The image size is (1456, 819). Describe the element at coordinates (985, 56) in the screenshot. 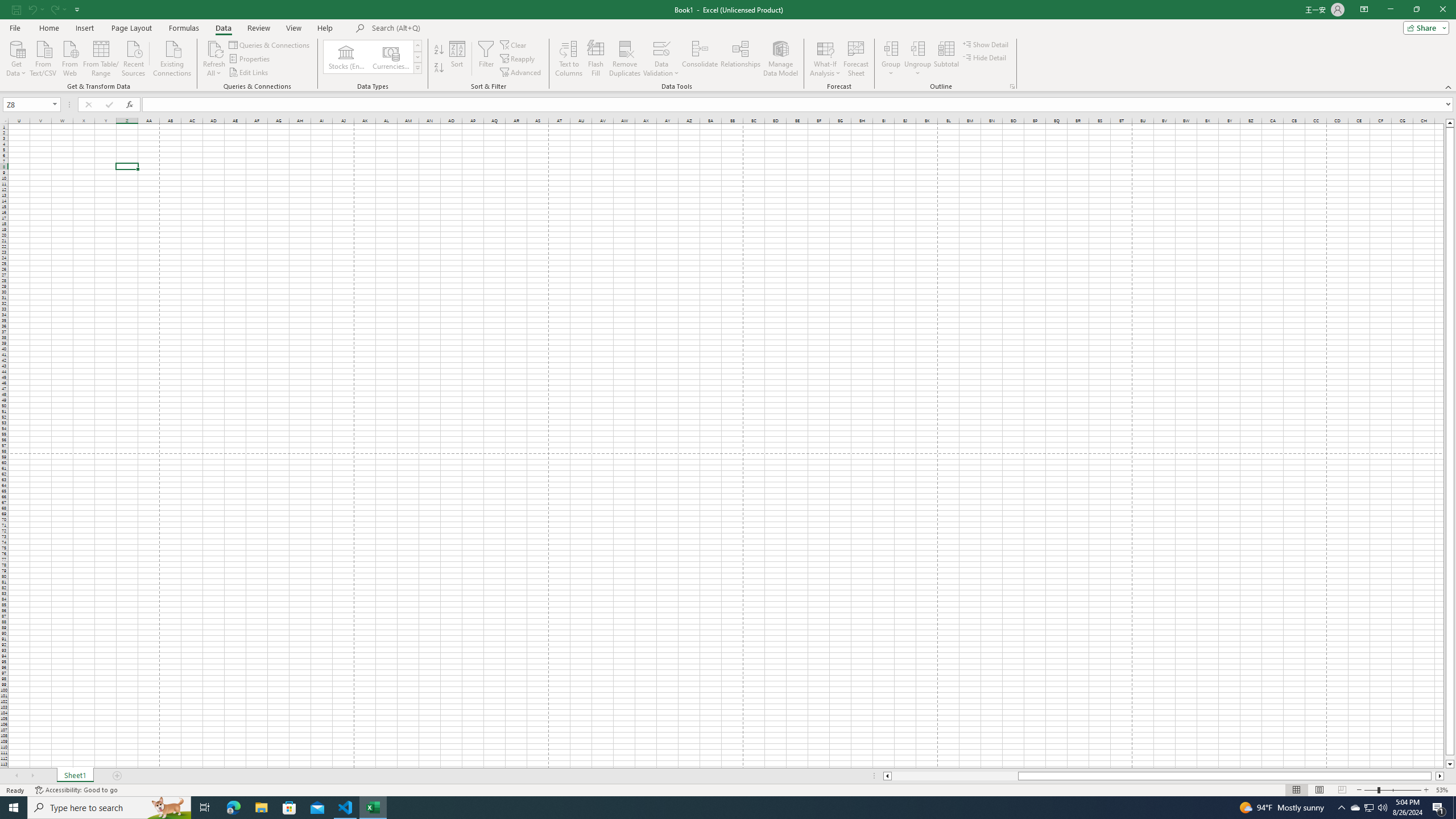

I see `'Hide Detail'` at that location.